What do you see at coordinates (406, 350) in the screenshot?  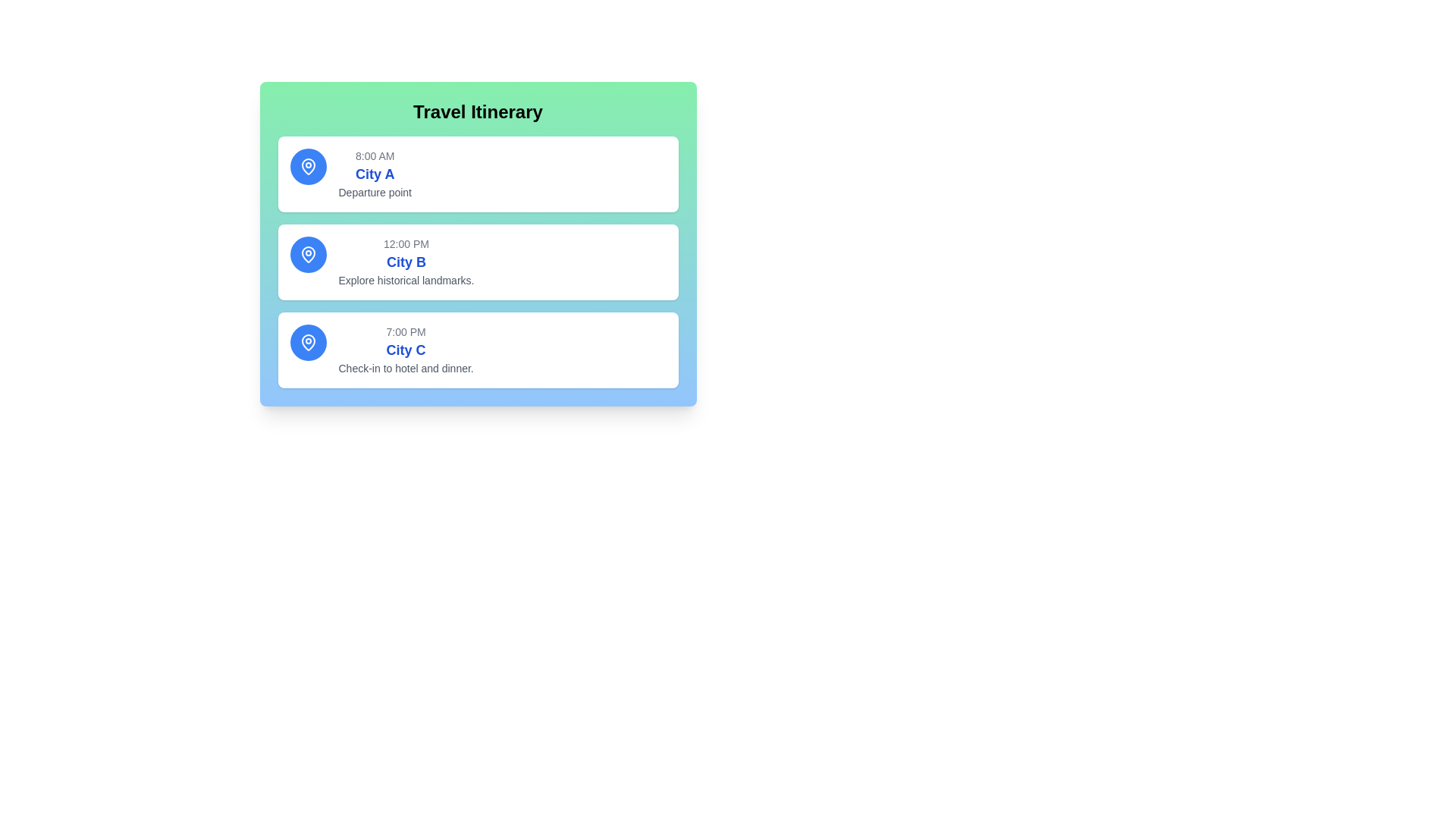 I see `information displayed in the Text Display element, which shows the time '7:00 PM', city name 'City C', and the message 'Check-in to hotel and dinner.'` at bounding box center [406, 350].